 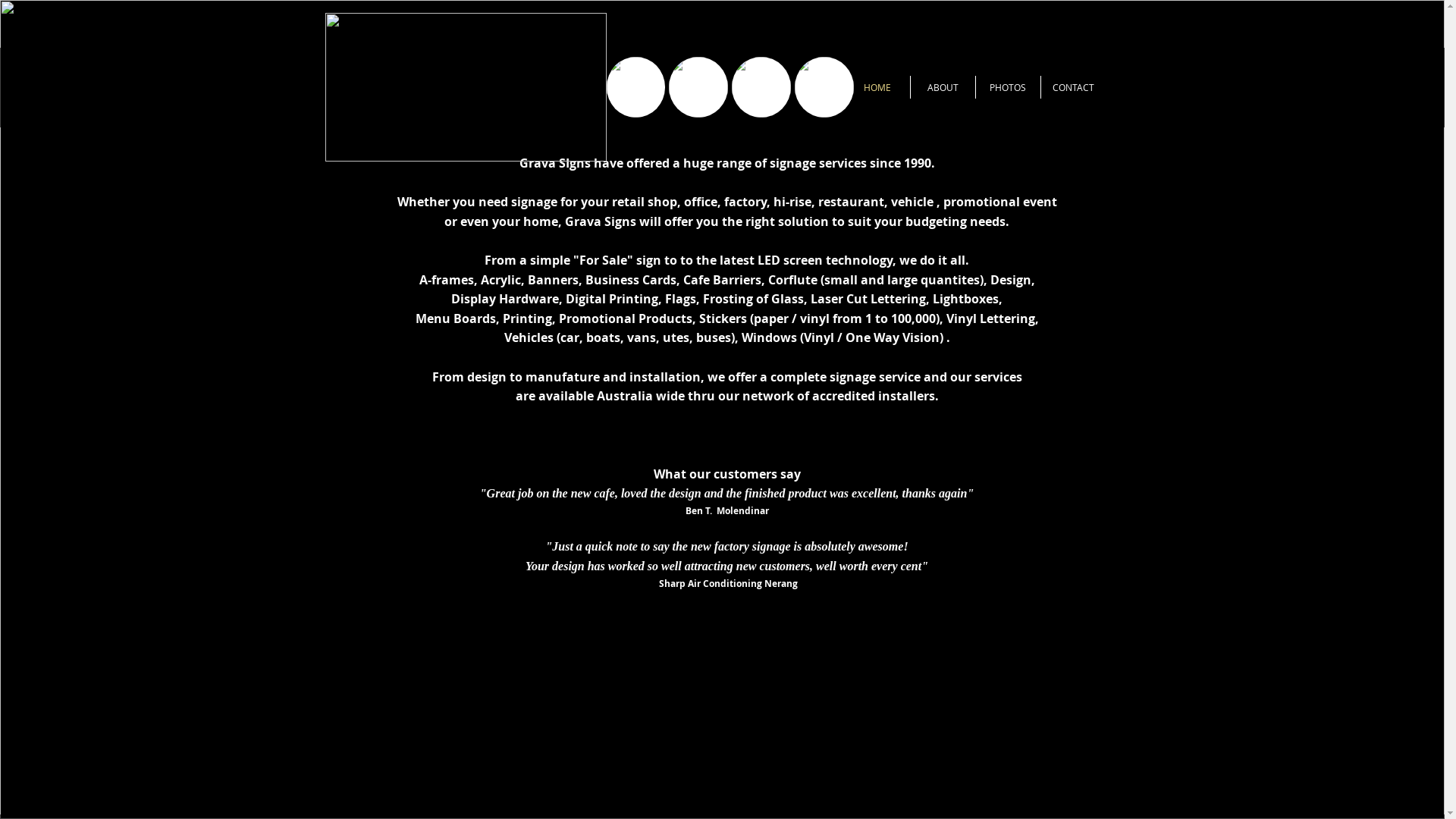 What do you see at coordinates (941, 87) in the screenshot?
I see `'ABOUT'` at bounding box center [941, 87].